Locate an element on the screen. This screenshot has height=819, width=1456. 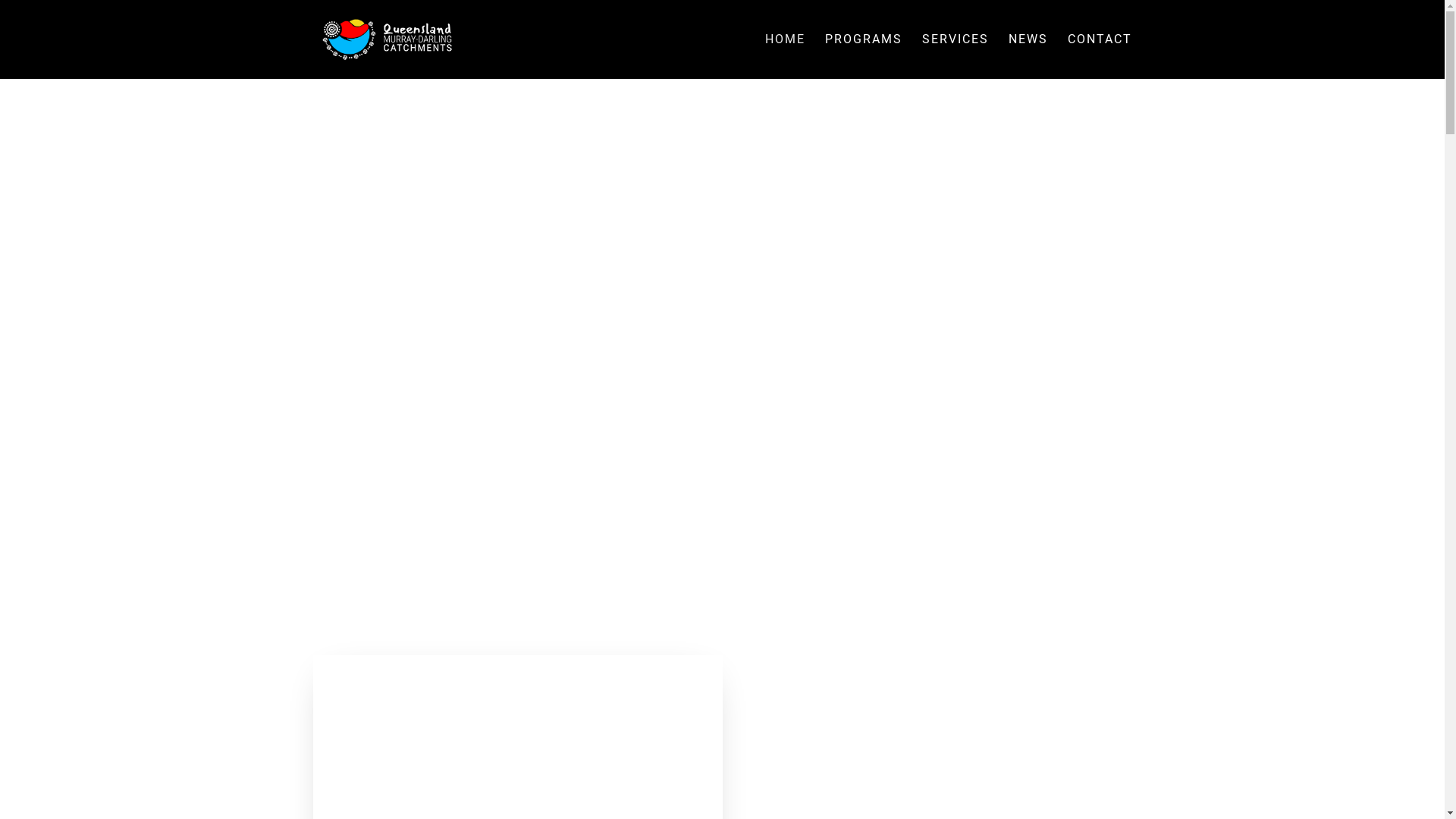
'SERVICES' is located at coordinates (921, 55).